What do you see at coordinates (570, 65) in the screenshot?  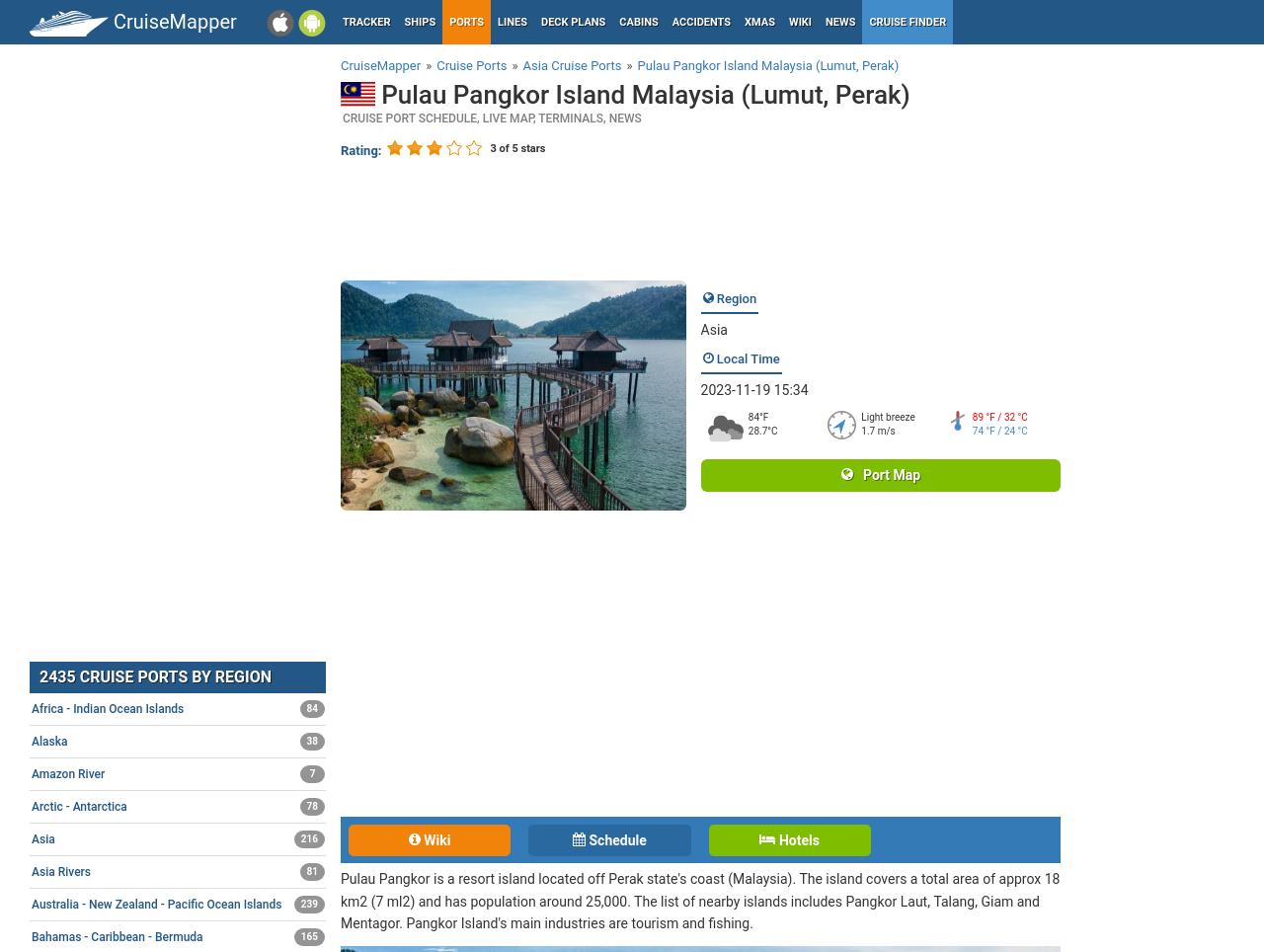 I see `'Asia Cruise Ports'` at bounding box center [570, 65].